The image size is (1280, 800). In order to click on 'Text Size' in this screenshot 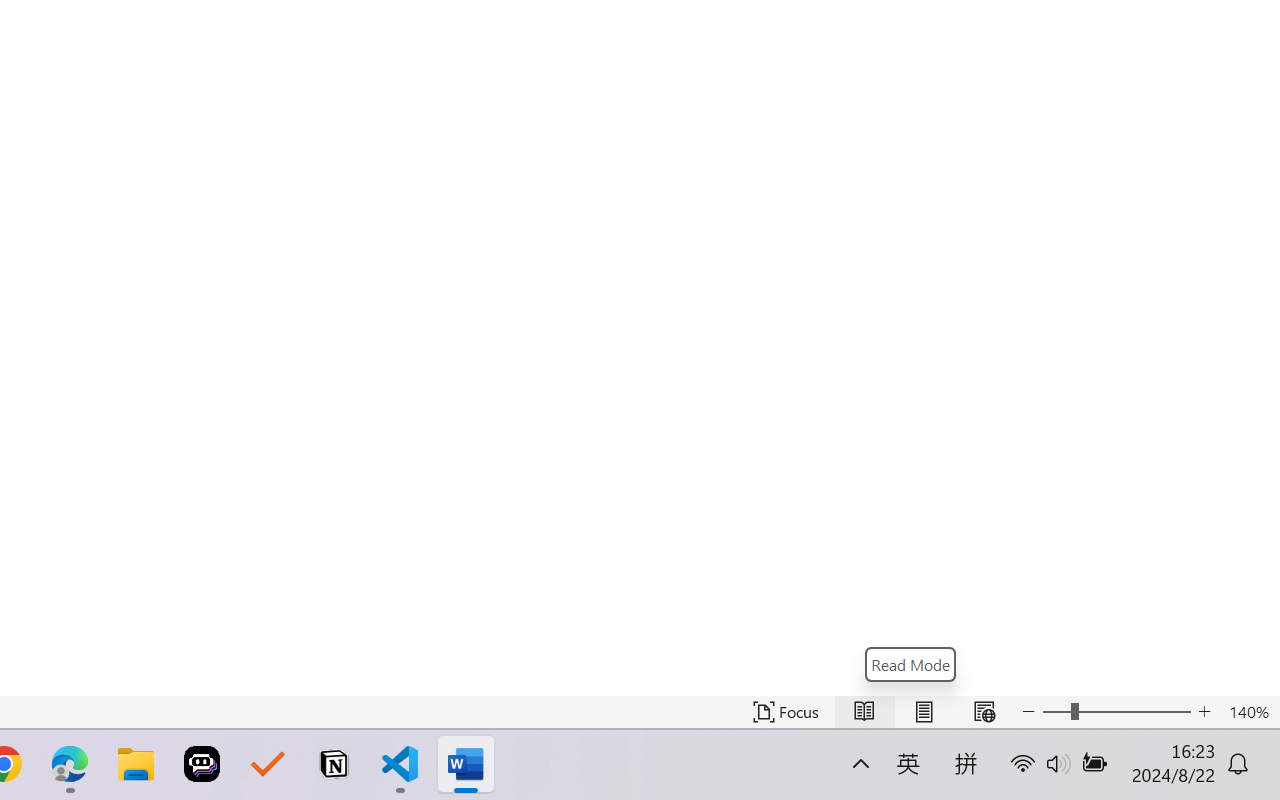, I will do `click(1115, 711)`.